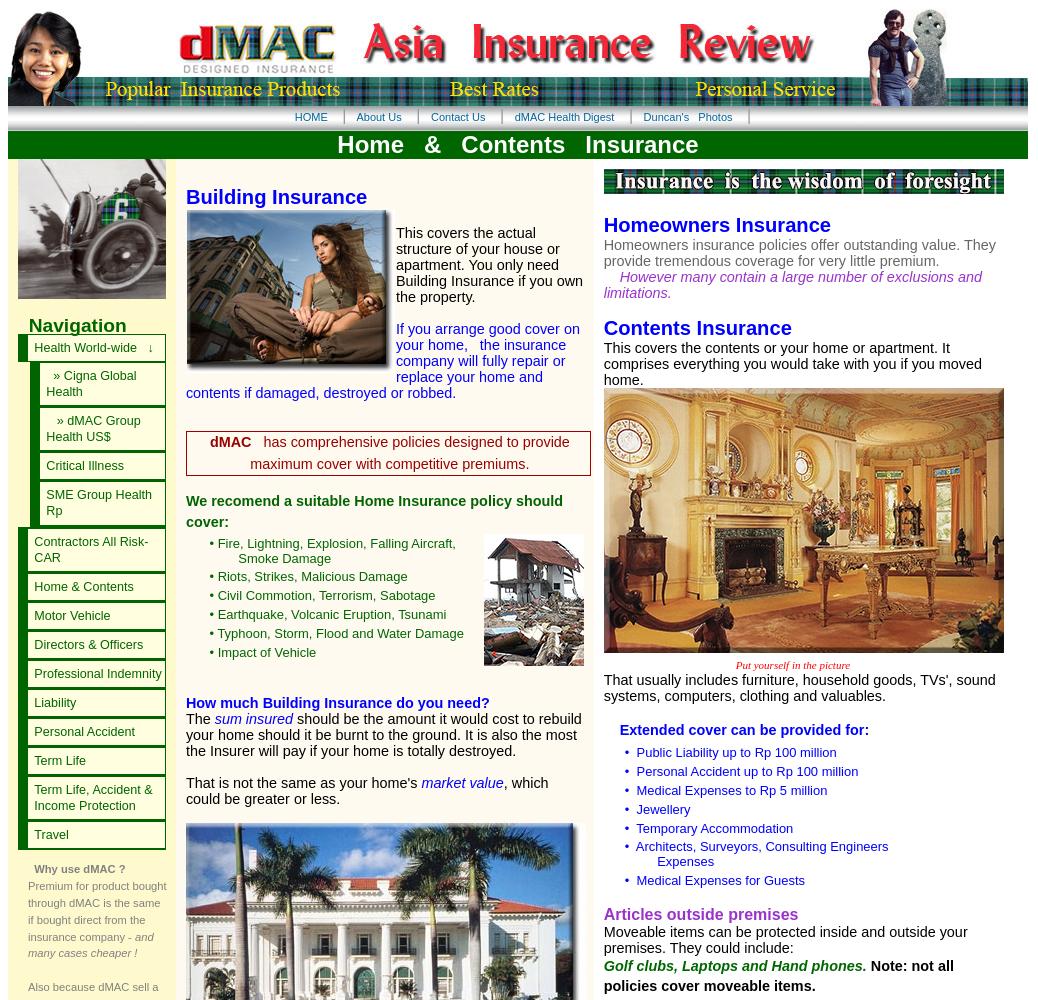  What do you see at coordinates (870, 965) in the screenshot?
I see `'Note:'` at bounding box center [870, 965].